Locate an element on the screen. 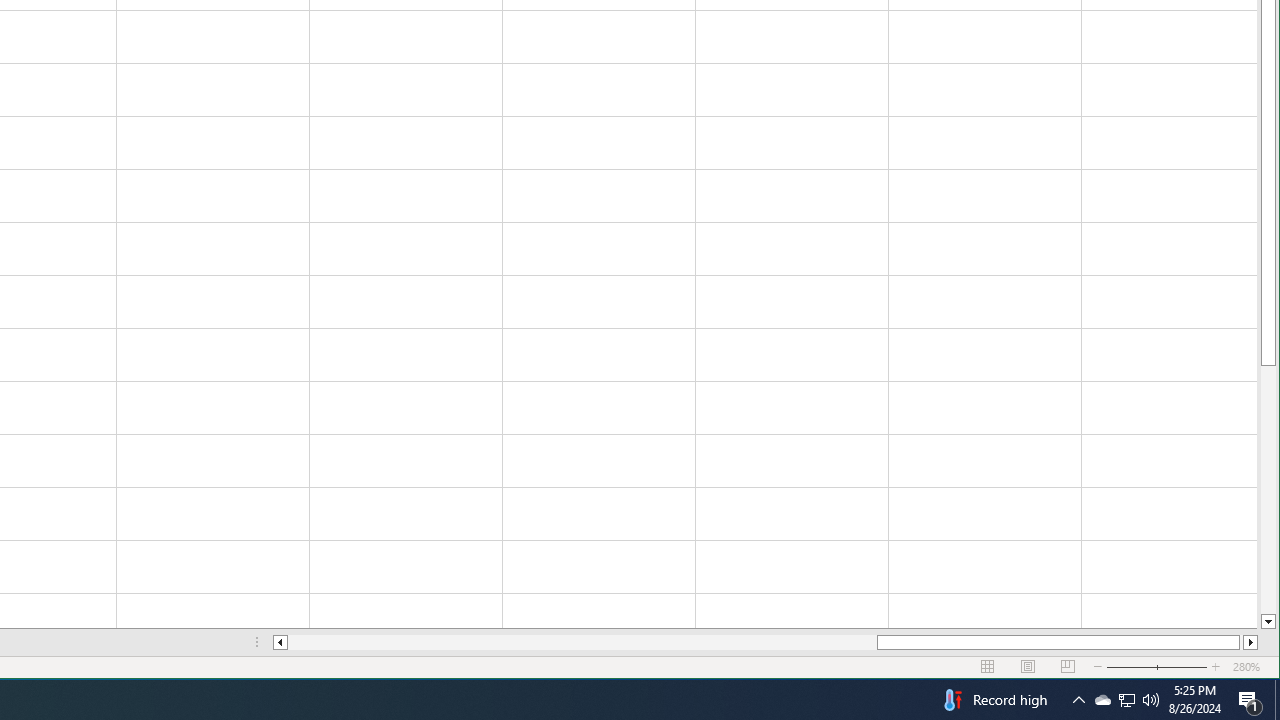 The width and height of the screenshot is (1280, 720). 'Record high' is located at coordinates (993, 698).